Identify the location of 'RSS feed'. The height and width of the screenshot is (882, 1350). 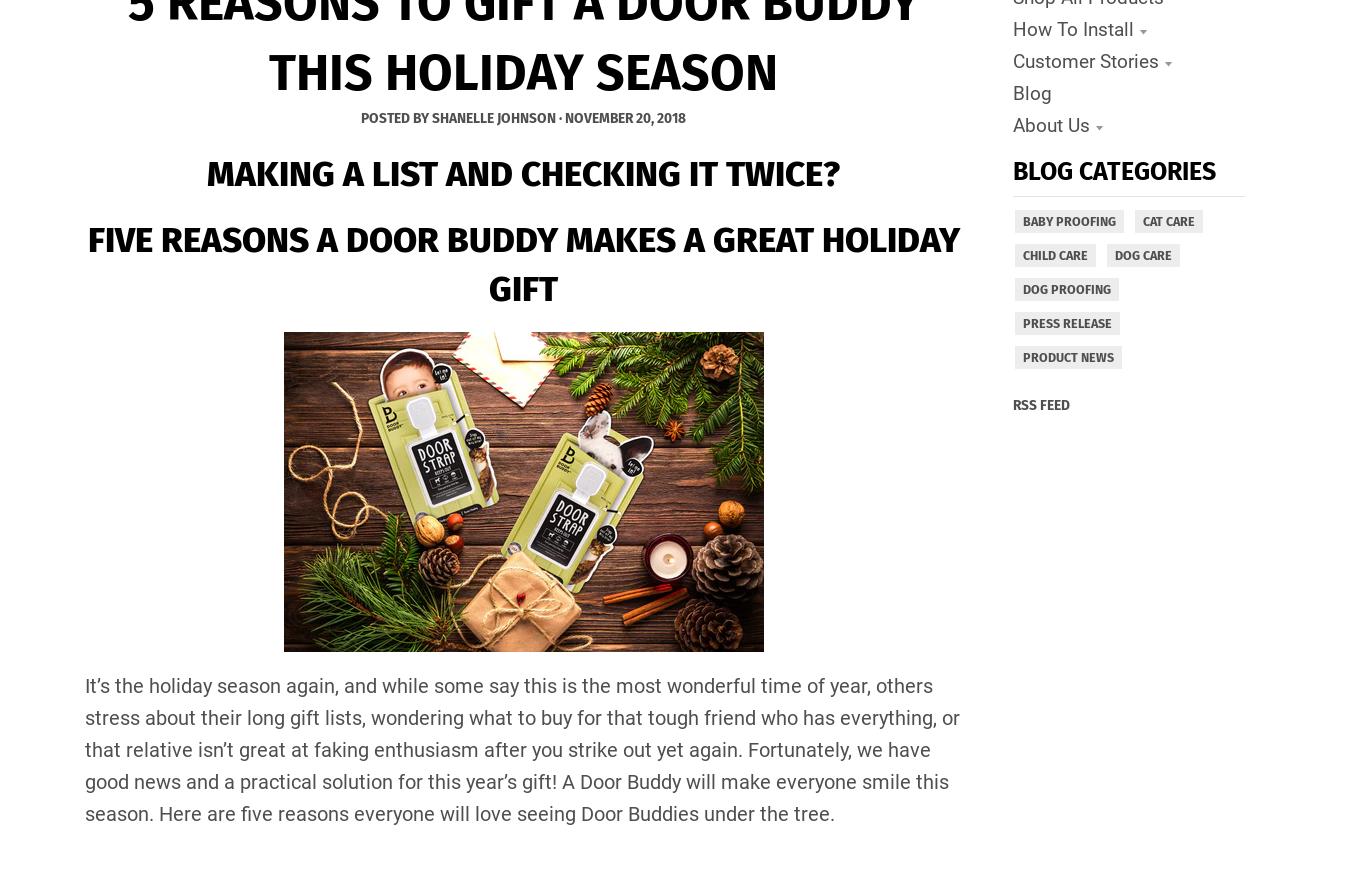
(1040, 404).